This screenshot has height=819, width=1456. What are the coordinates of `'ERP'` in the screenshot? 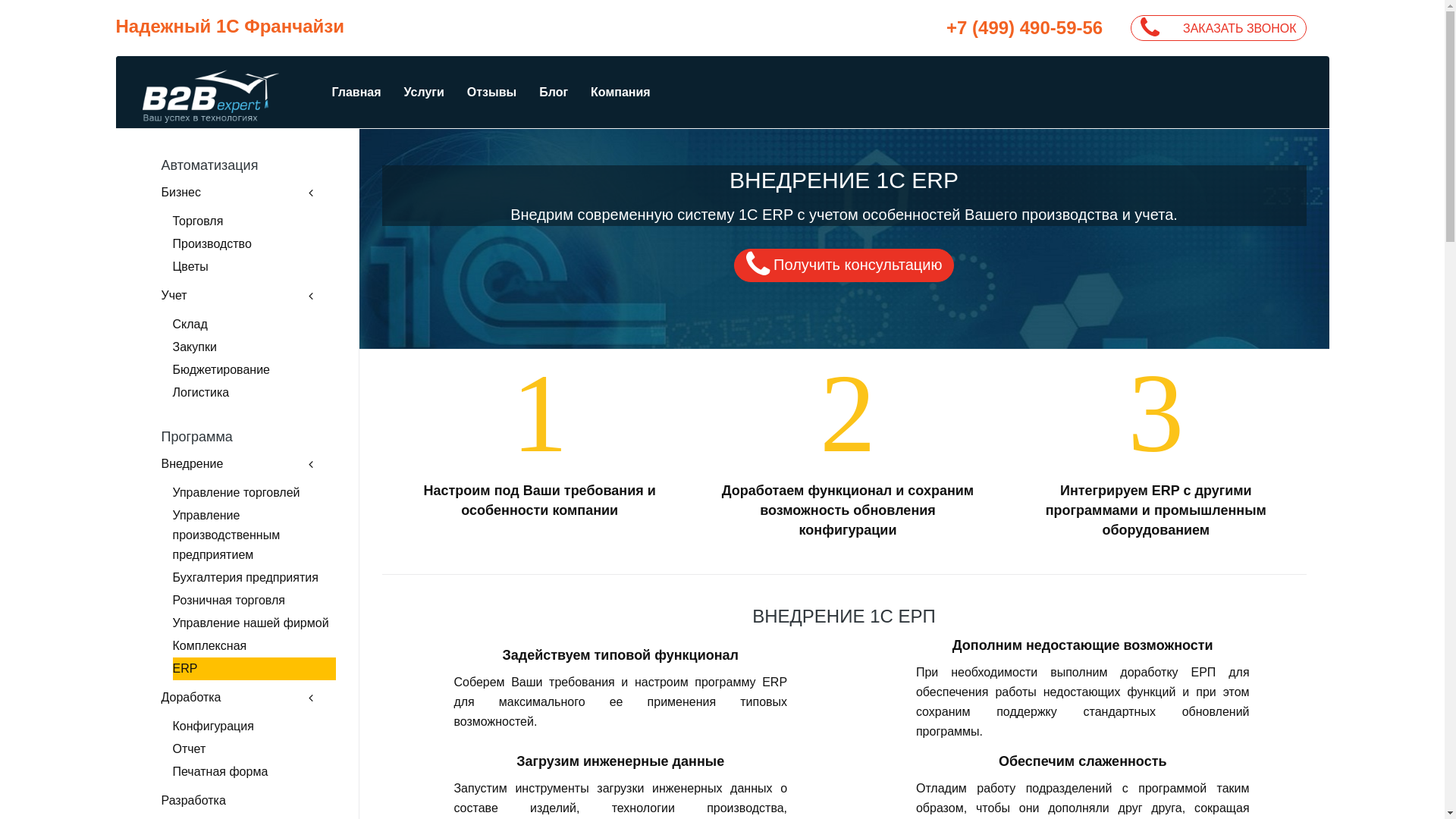 It's located at (172, 668).